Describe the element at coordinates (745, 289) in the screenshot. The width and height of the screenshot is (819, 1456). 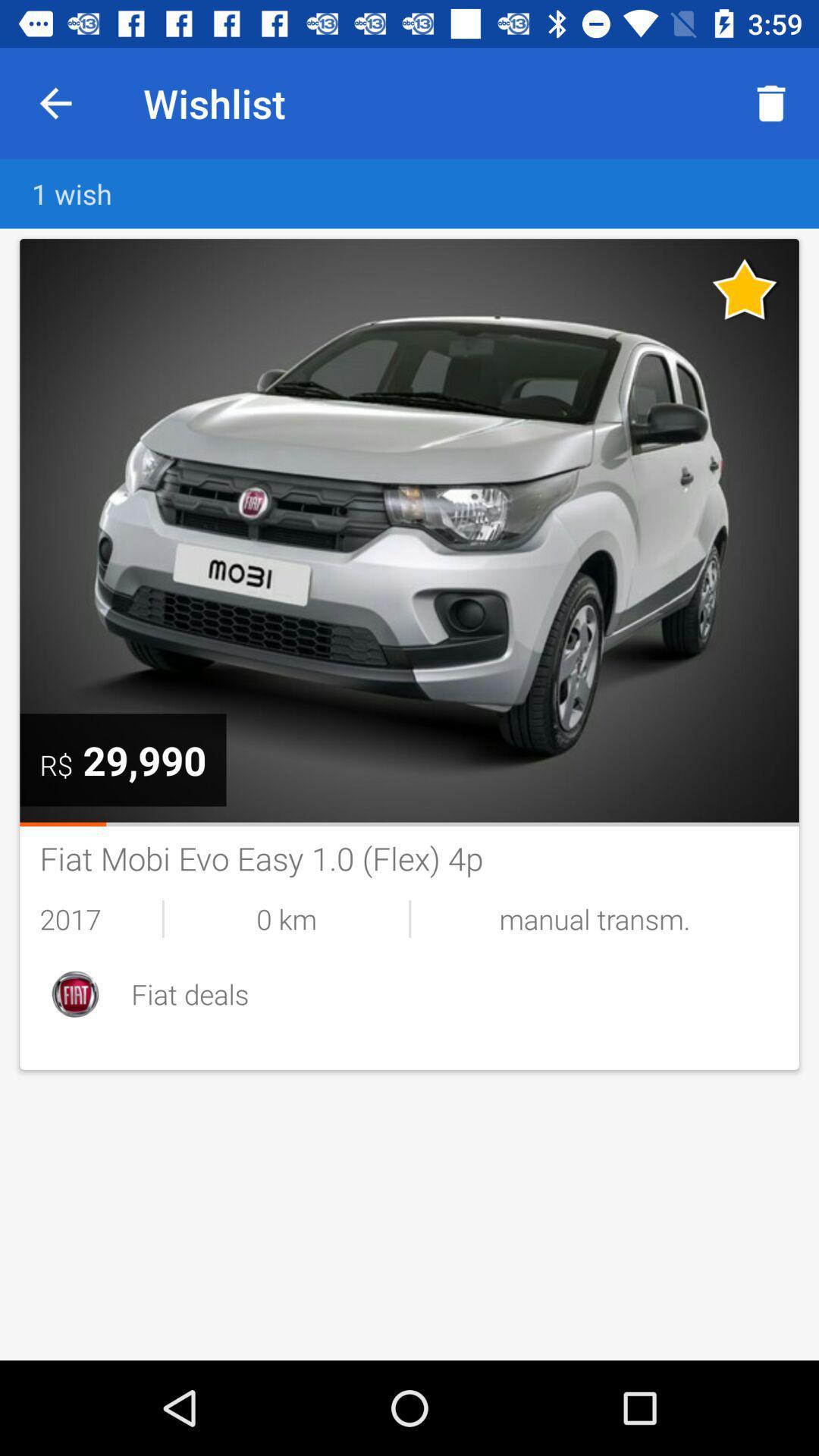
I see `the item below the 1 wish icon` at that location.